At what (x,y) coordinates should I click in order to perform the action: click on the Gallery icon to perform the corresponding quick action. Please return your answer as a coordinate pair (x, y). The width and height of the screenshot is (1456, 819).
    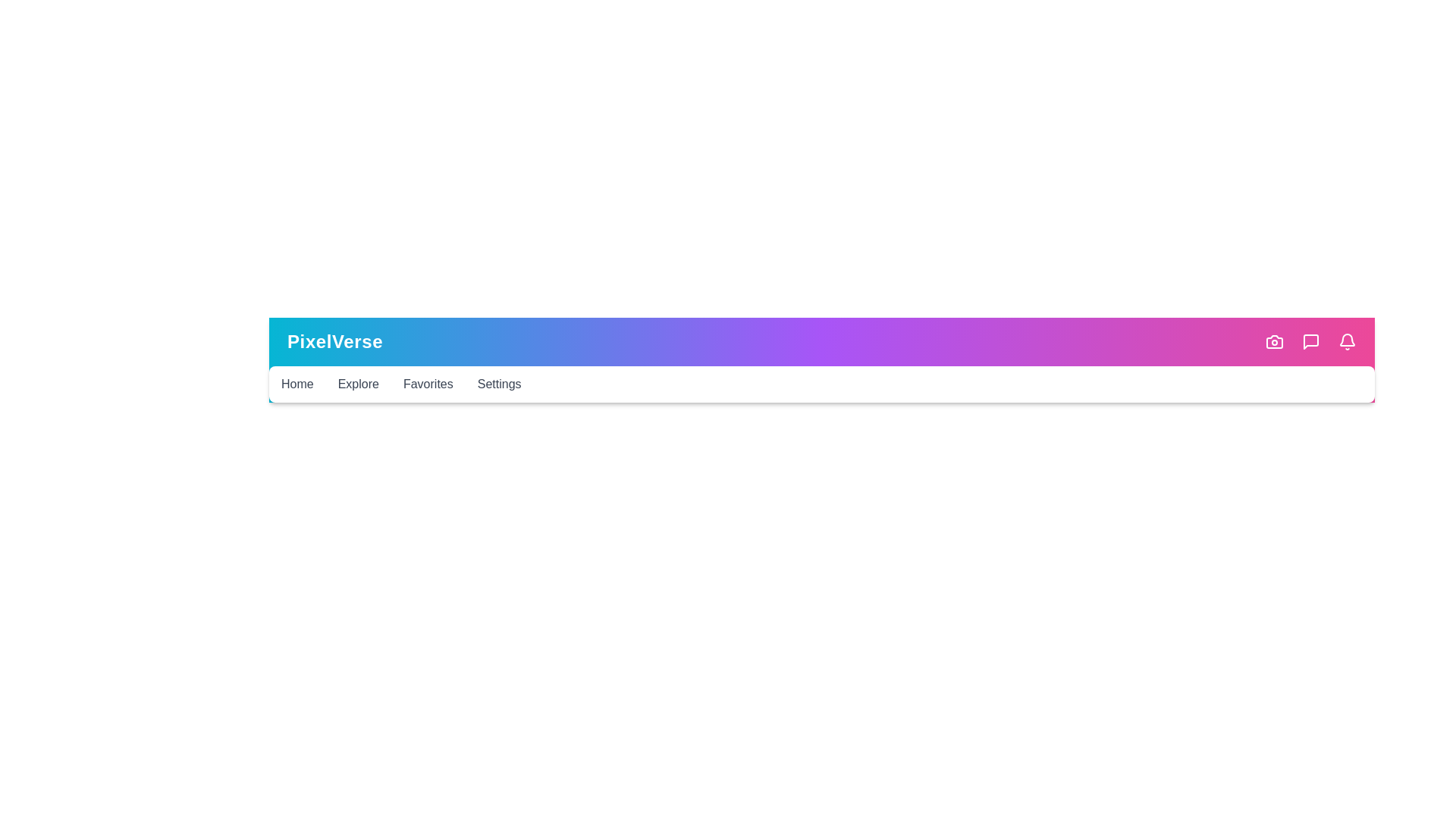
    Looking at the image, I should click on (1274, 342).